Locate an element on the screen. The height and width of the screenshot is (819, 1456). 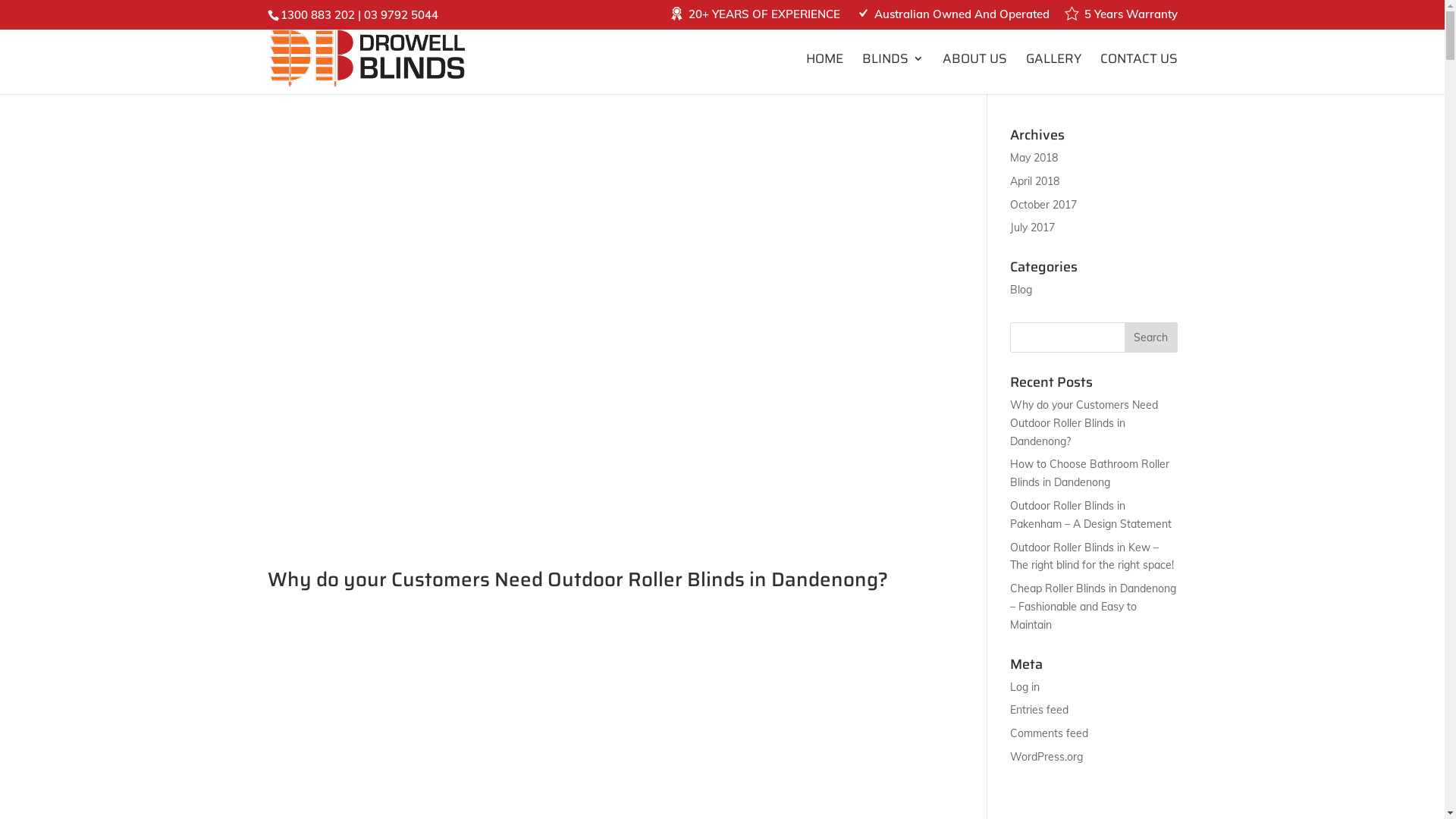
'Entries feed' is located at coordinates (1009, 710).